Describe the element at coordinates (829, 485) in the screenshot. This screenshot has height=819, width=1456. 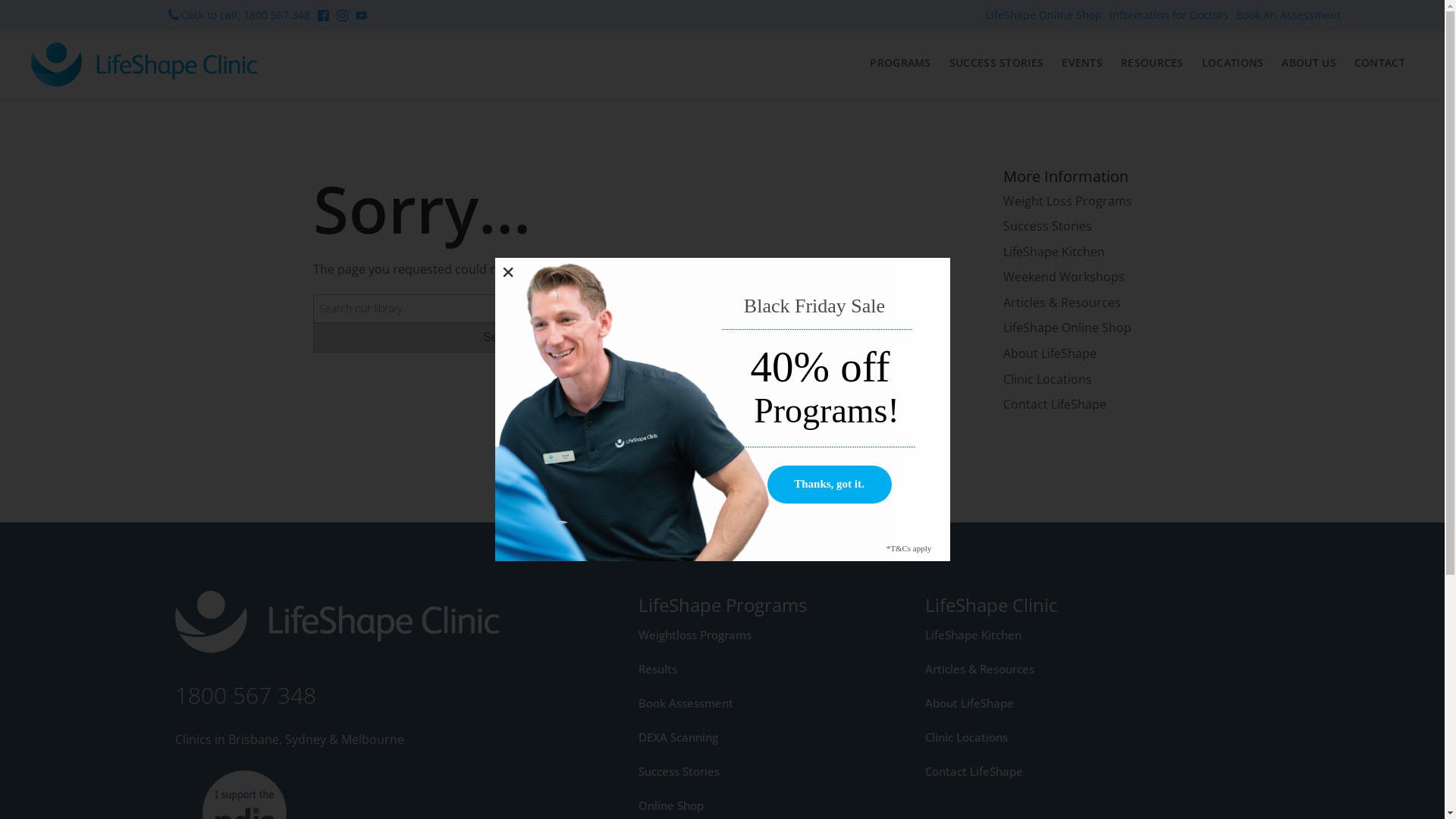
I see `'Thanks, got it.'` at that location.